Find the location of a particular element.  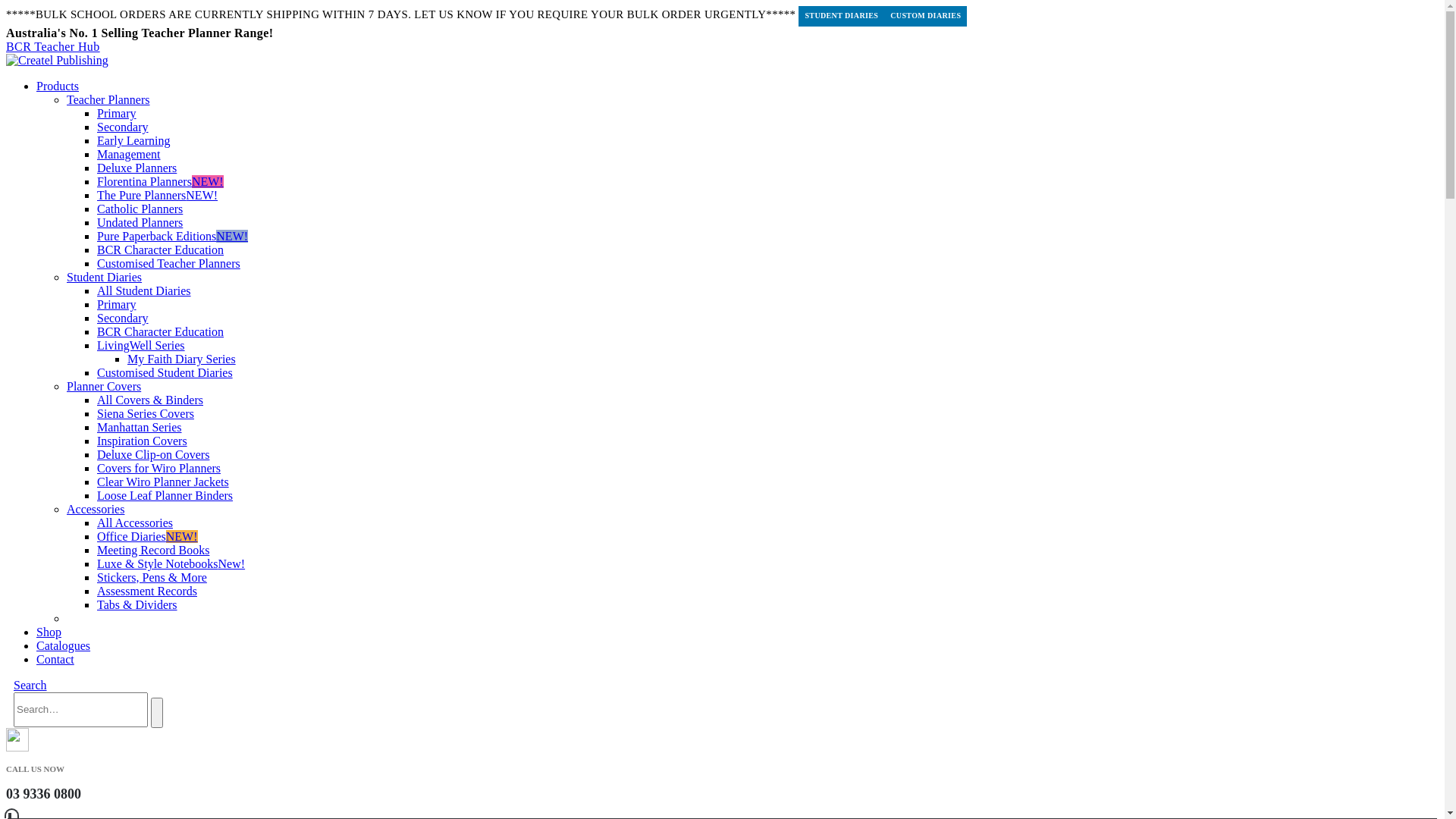

'Meeting Record Books' is located at coordinates (152, 550).